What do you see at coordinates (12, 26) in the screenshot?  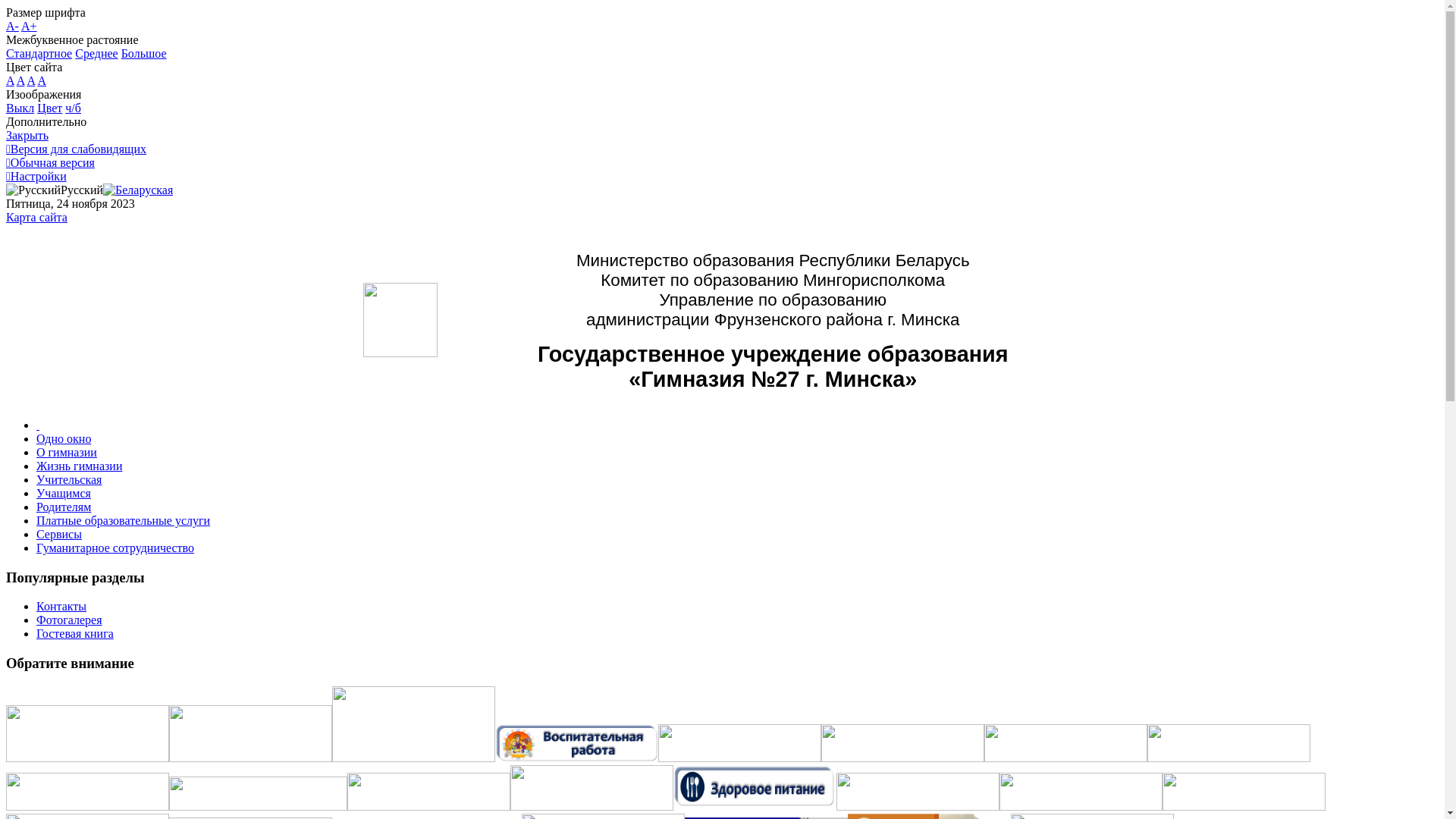 I see `'A-'` at bounding box center [12, 26].